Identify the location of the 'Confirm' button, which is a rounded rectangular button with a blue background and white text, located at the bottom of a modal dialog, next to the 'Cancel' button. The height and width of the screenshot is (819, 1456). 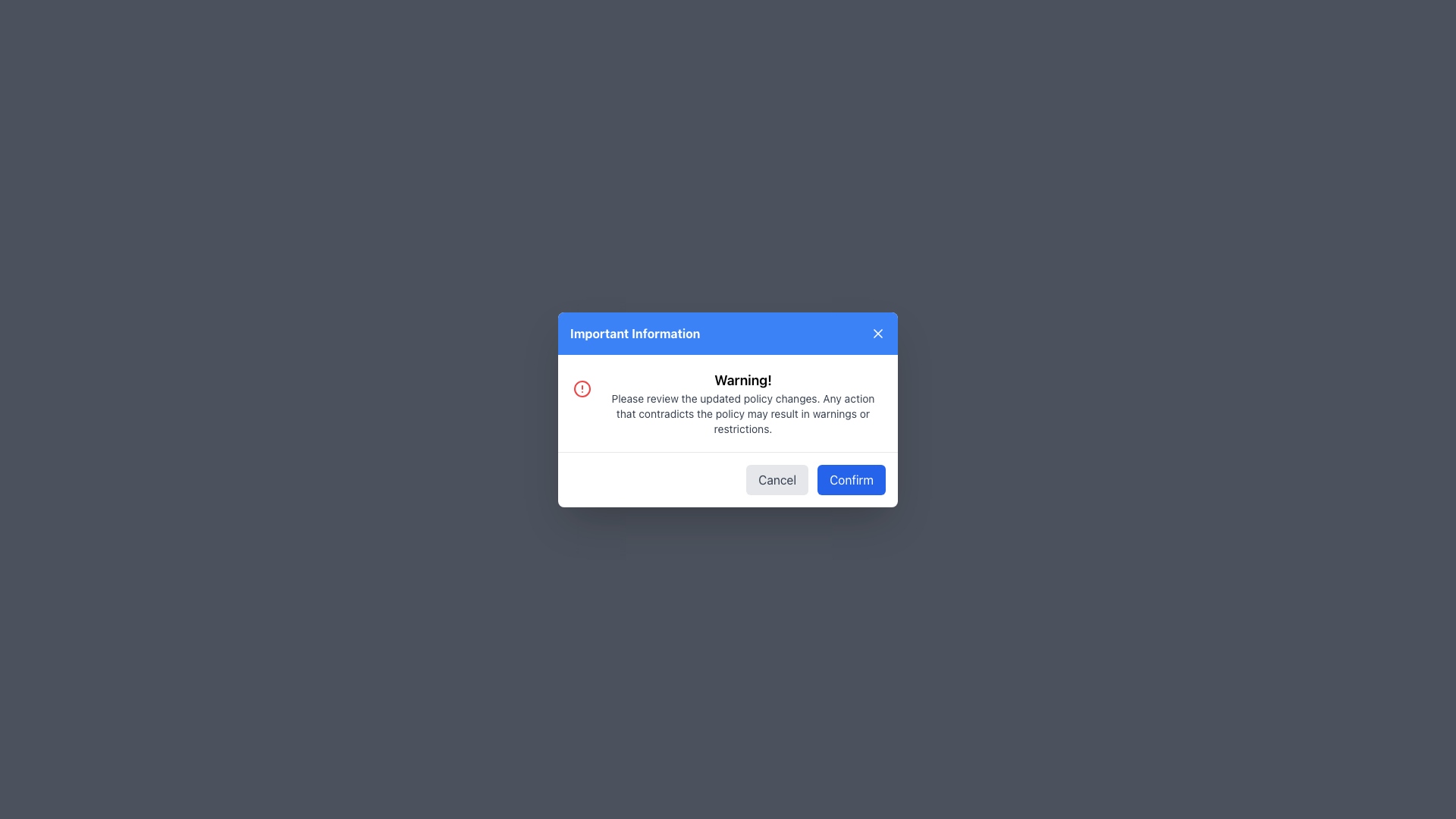
(852, 479).